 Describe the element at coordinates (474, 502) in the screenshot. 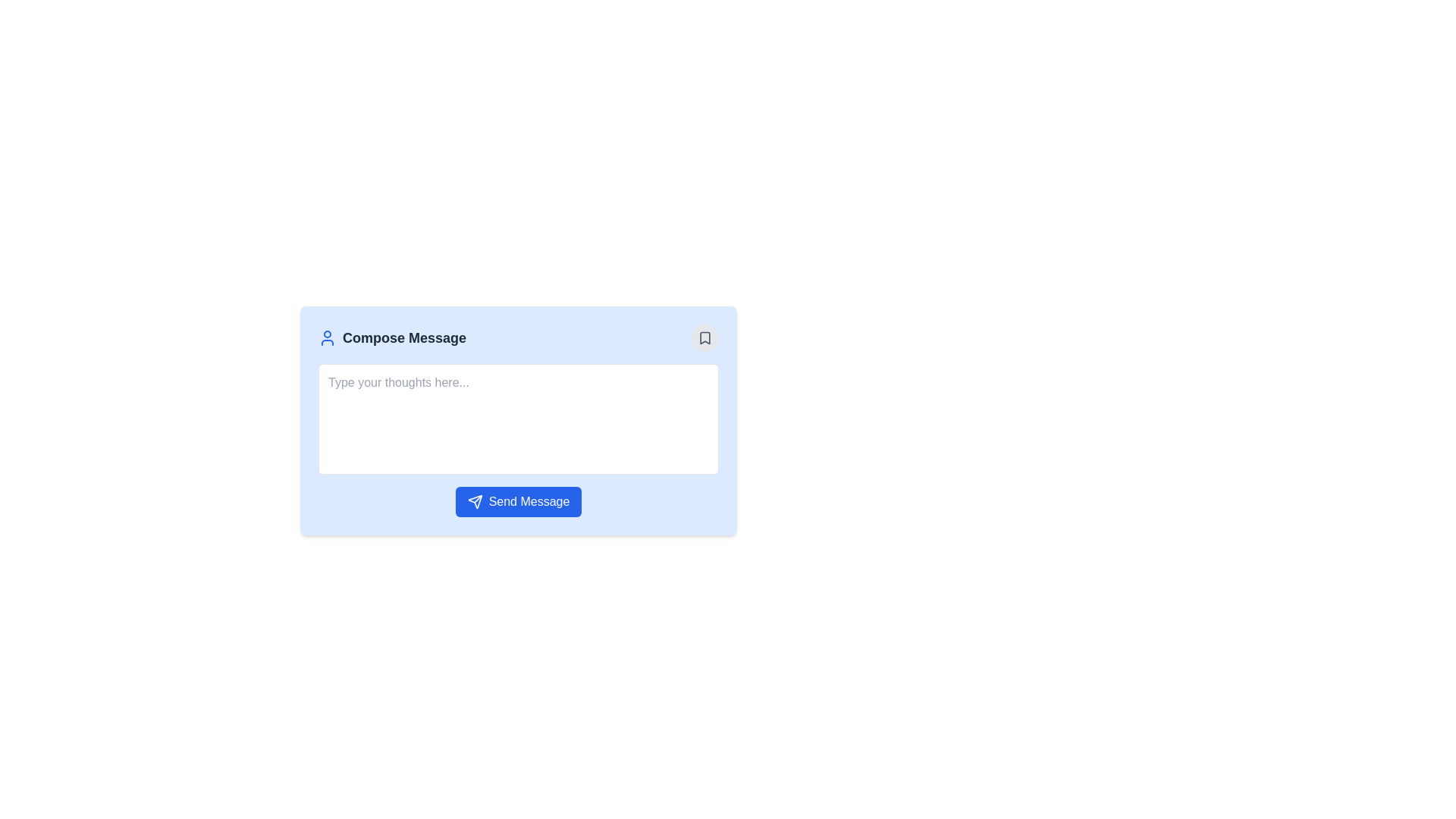

I see `the send icon located within the blue 'Send Message' button, which is positioned to the left of the text within the button` at that location.